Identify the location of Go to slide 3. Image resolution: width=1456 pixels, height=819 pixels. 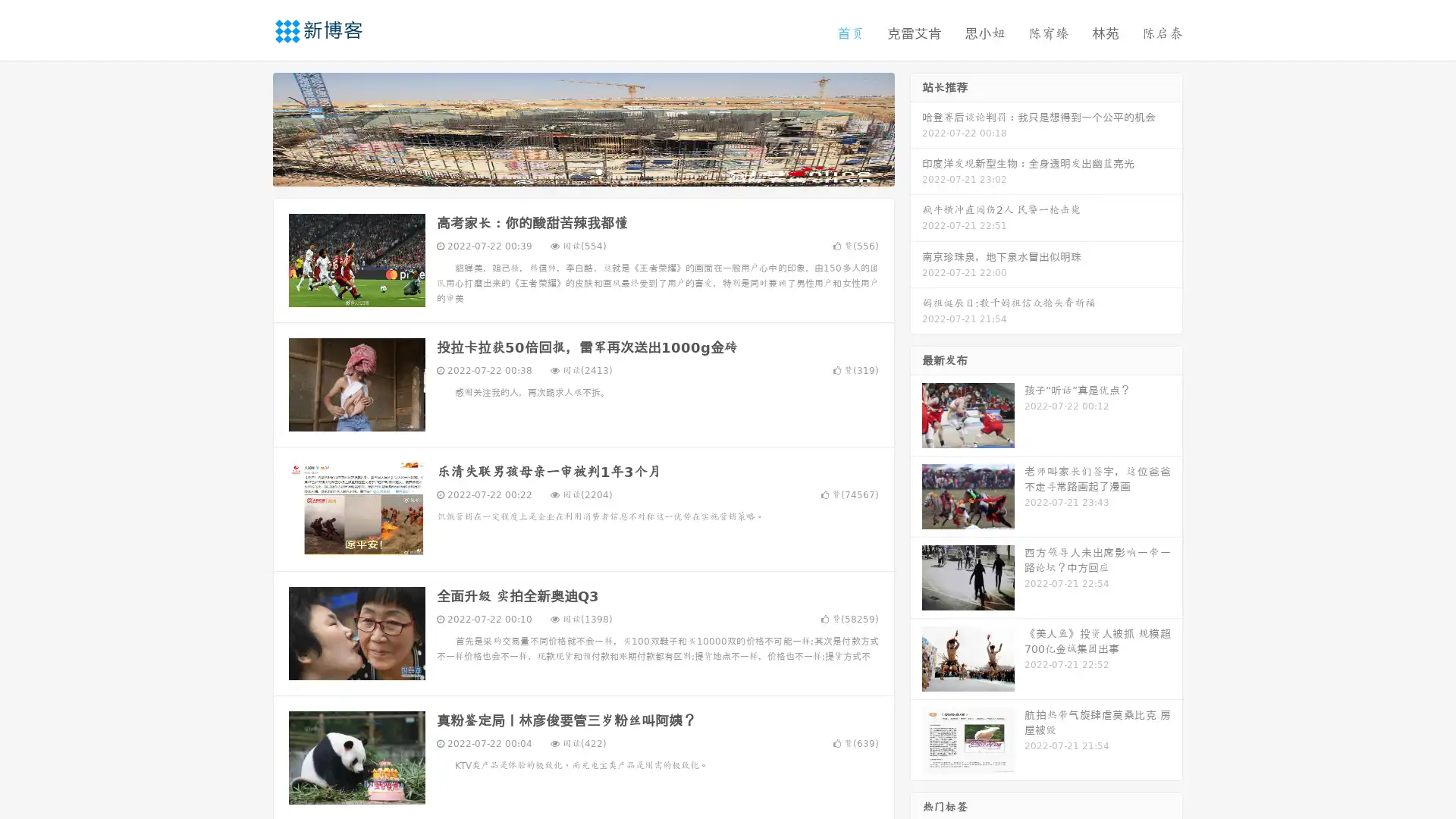
(598, 171).